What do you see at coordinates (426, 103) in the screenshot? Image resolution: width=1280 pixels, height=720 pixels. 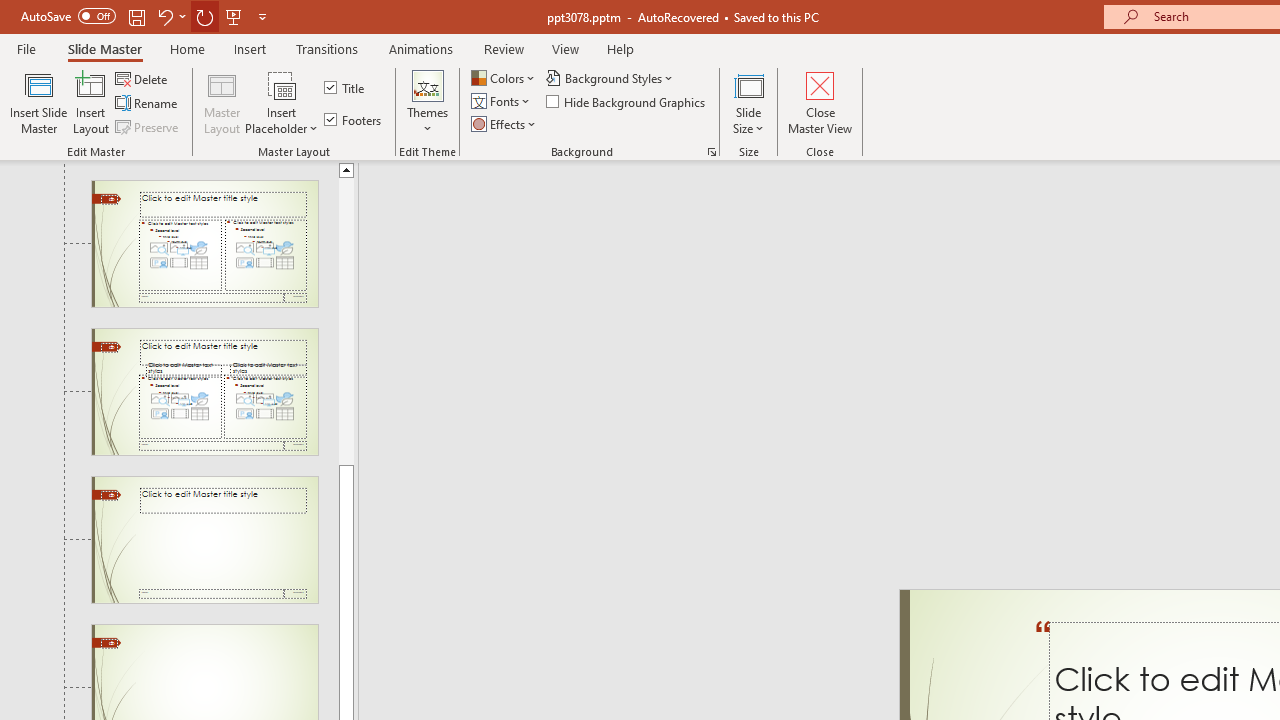 I see `'Themes'` at bounding box center [426, 103].